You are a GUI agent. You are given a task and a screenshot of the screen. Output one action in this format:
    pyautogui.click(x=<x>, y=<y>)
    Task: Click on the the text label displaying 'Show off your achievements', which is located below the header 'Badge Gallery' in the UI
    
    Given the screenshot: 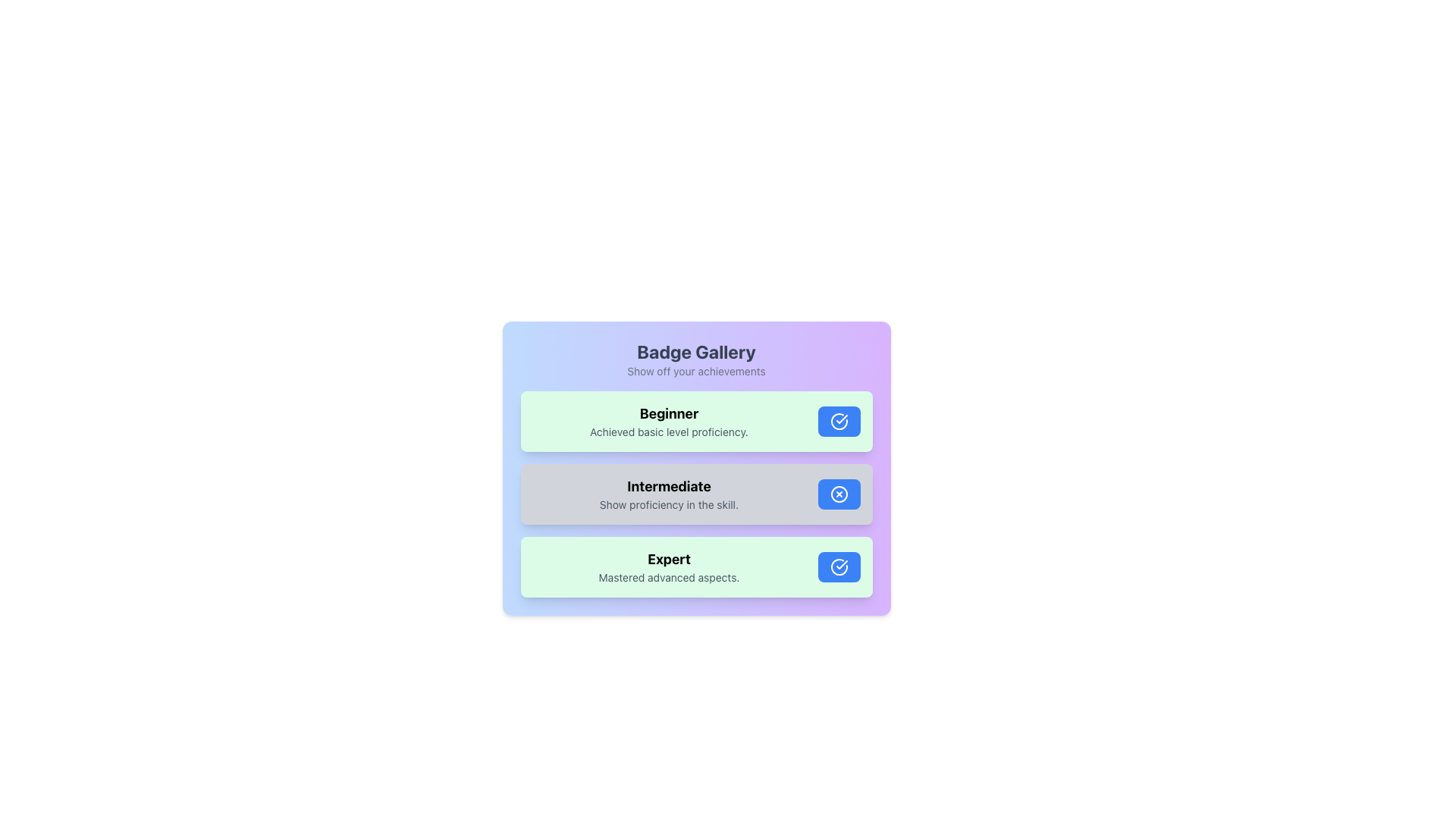 What is the action you would take?
    pyautogui.click(x=695, y=371)
    